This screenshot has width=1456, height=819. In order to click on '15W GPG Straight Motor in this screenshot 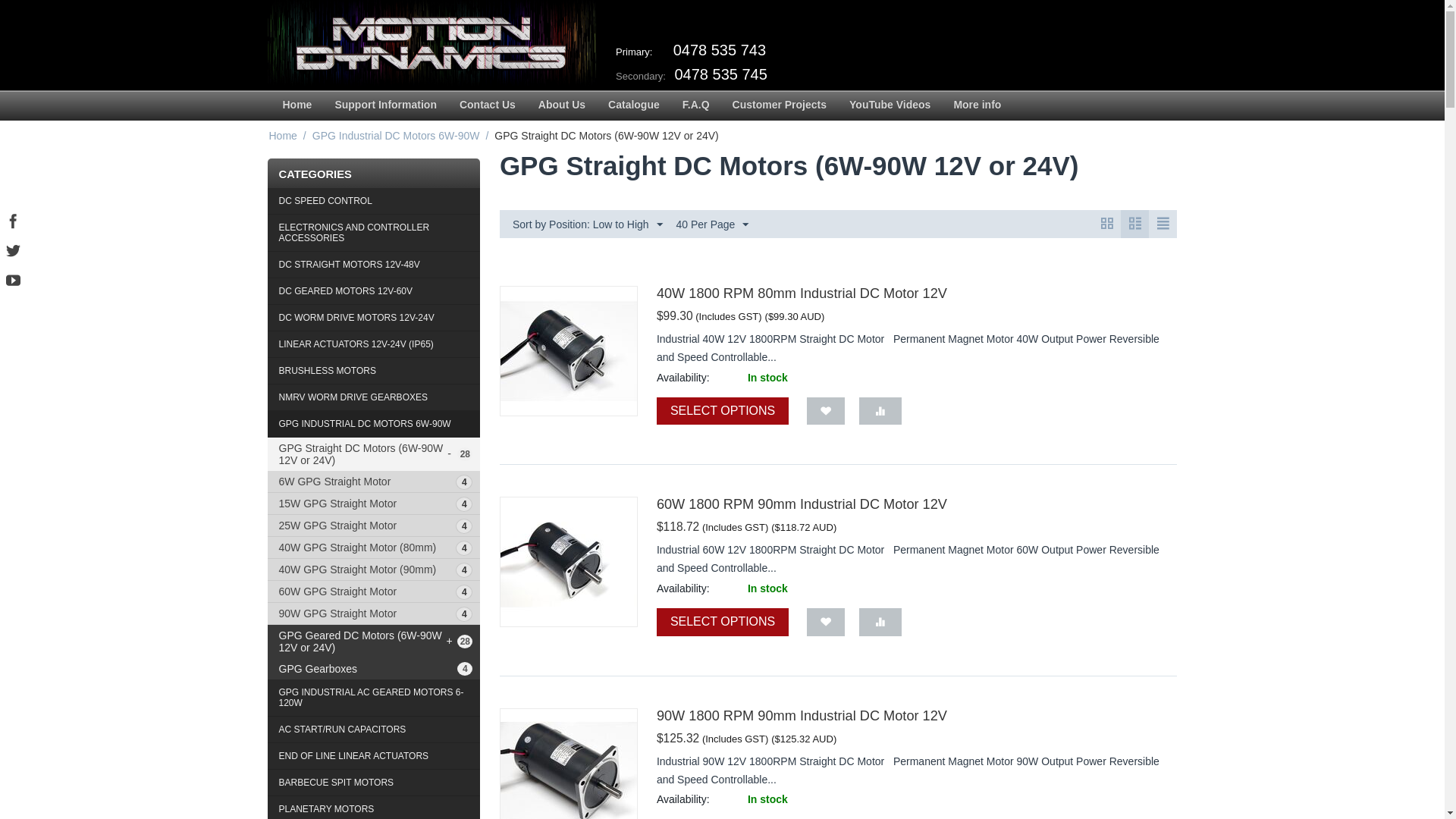, I will do `click(373, 503)`.